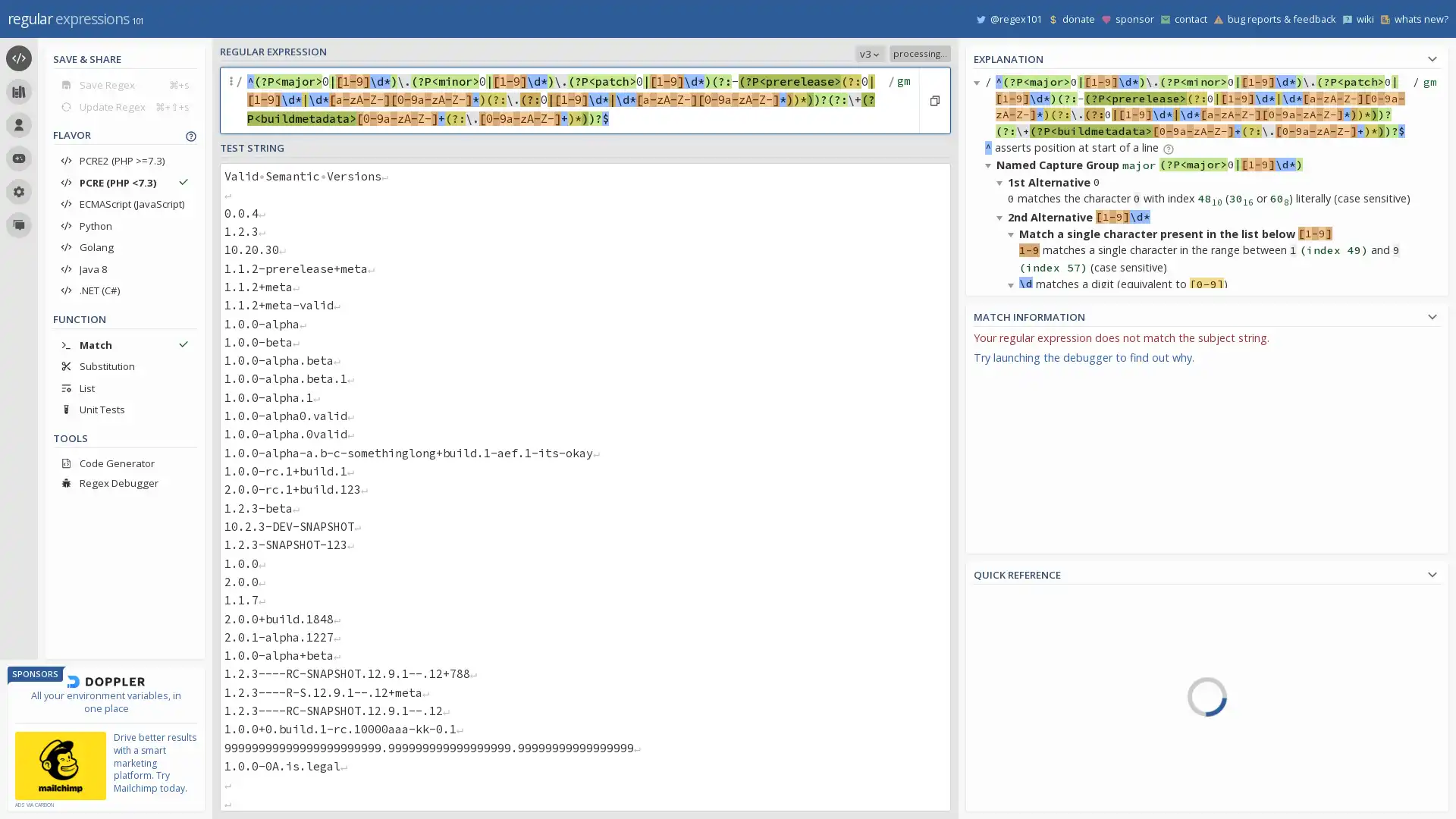 Image resolution: width=1456 pixels, height=819 pixels. What do you see at coordinates (1044, 759) in the screenshot?
I see `Group Constructs` at bounding box center [1044, 759].